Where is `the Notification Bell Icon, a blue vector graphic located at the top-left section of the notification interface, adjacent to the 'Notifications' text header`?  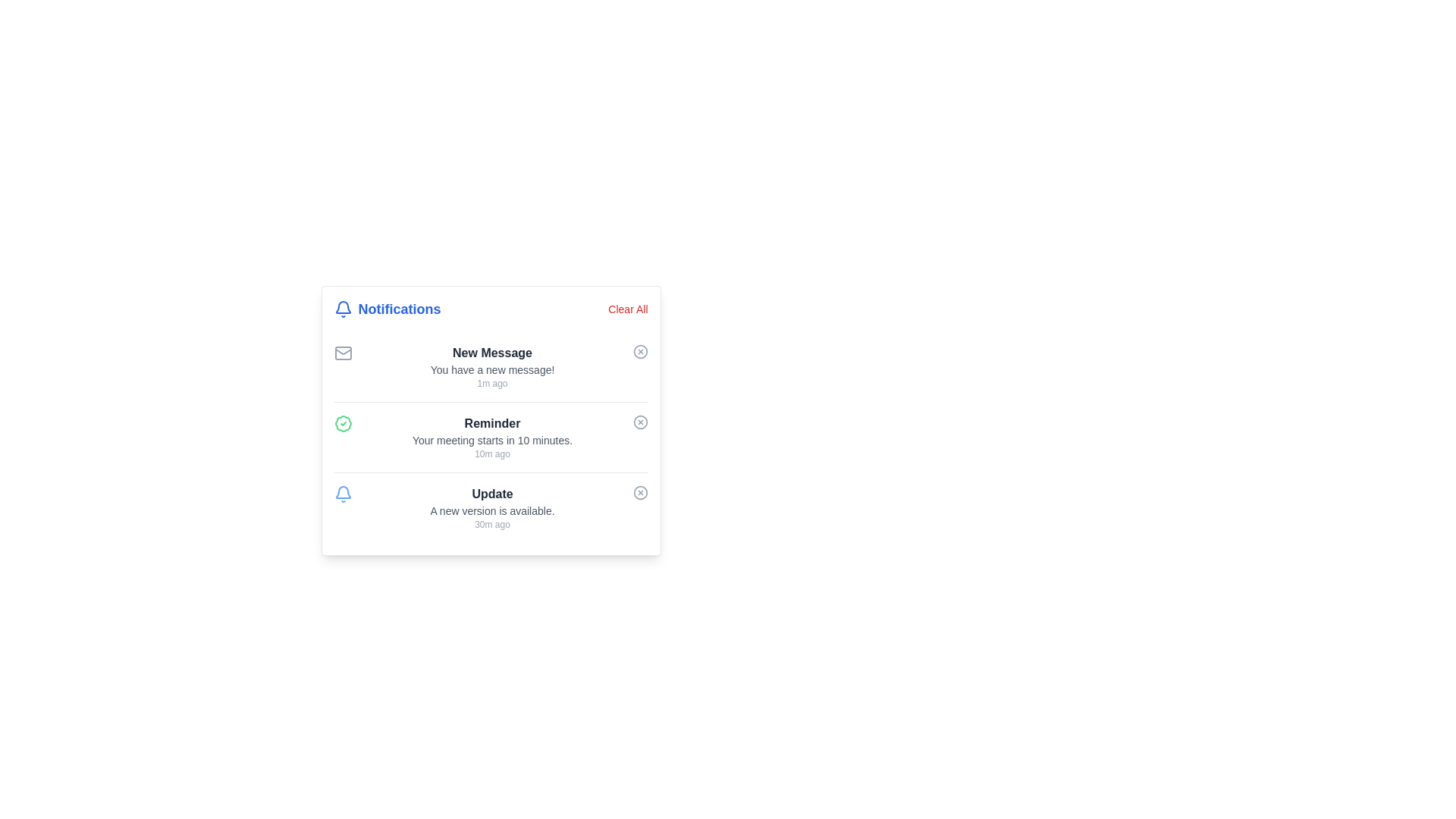
the Notification Bell Icon, a blue vector graphic located at the top-left section of the notification interface, adjacent to the 'Notifications' text header is located at coordinates (342, 492).